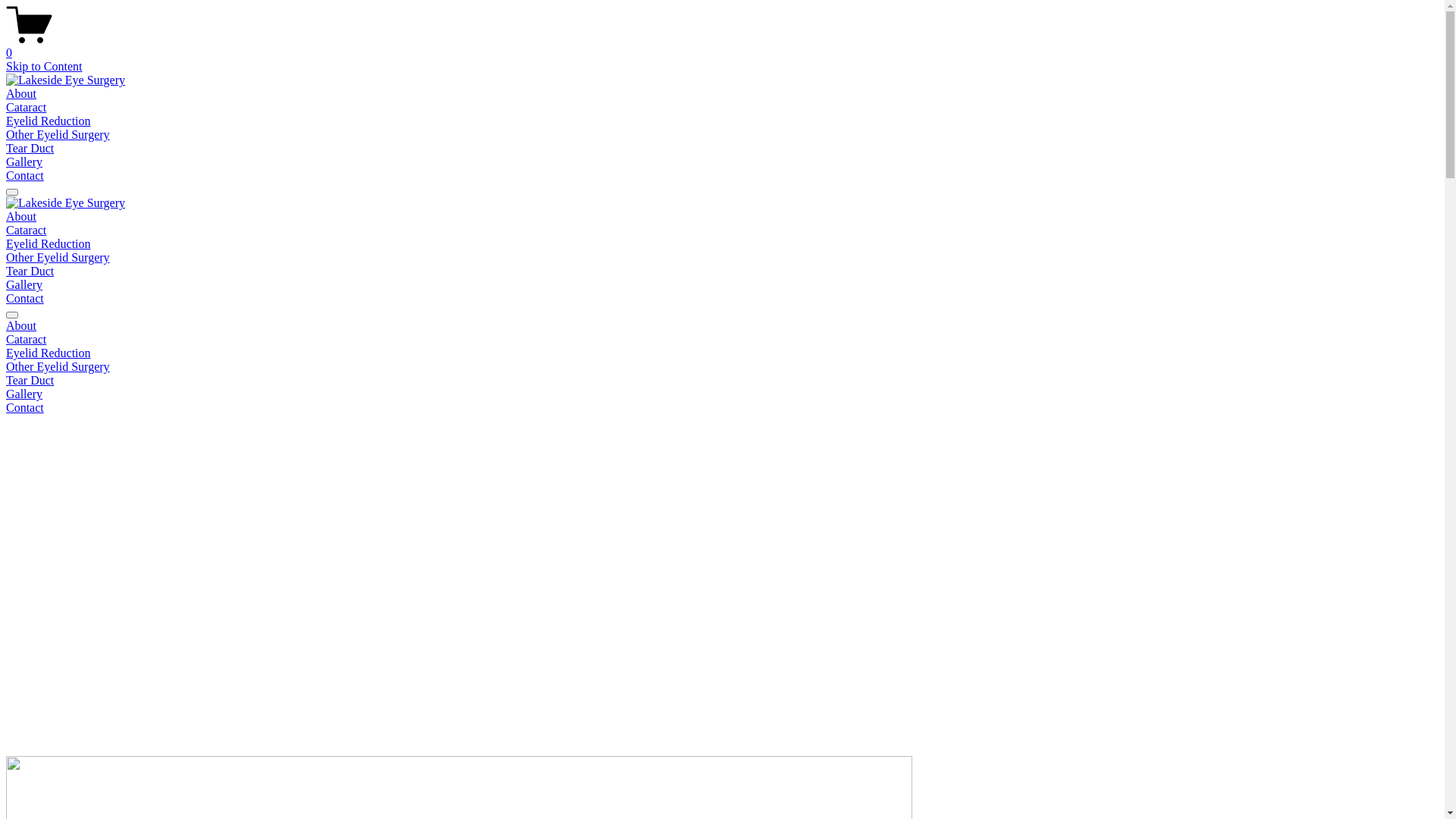  What do you see at coordinates (25, 174) in the screenshot?
I see `'Contact'` at bounding box center [25, 174].